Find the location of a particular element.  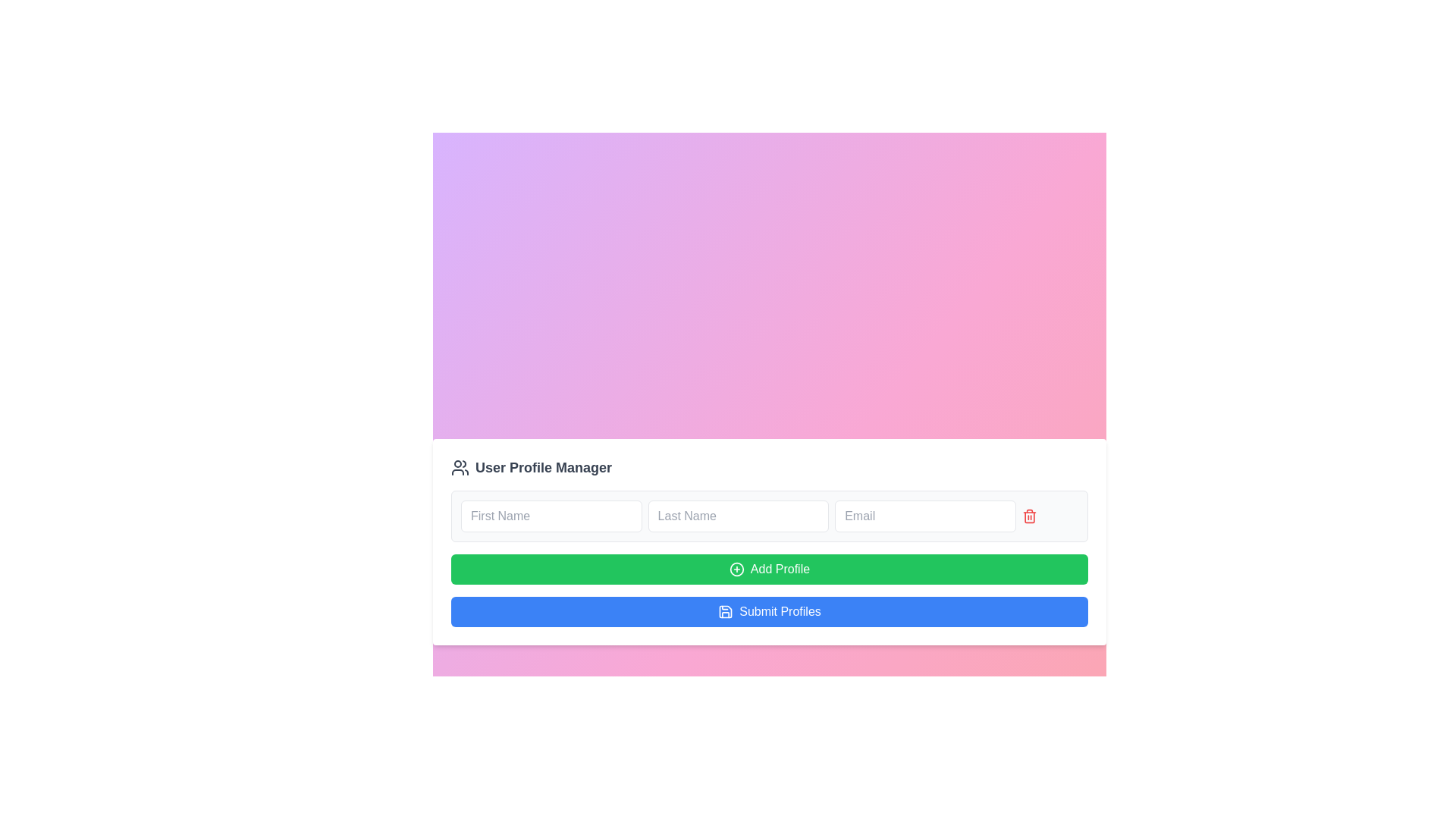

the circular SVG shape within the 'Add Profile' button, which is part of a plus icon, to initiate the action of adding a new profile is located at coordinates (736, 570).